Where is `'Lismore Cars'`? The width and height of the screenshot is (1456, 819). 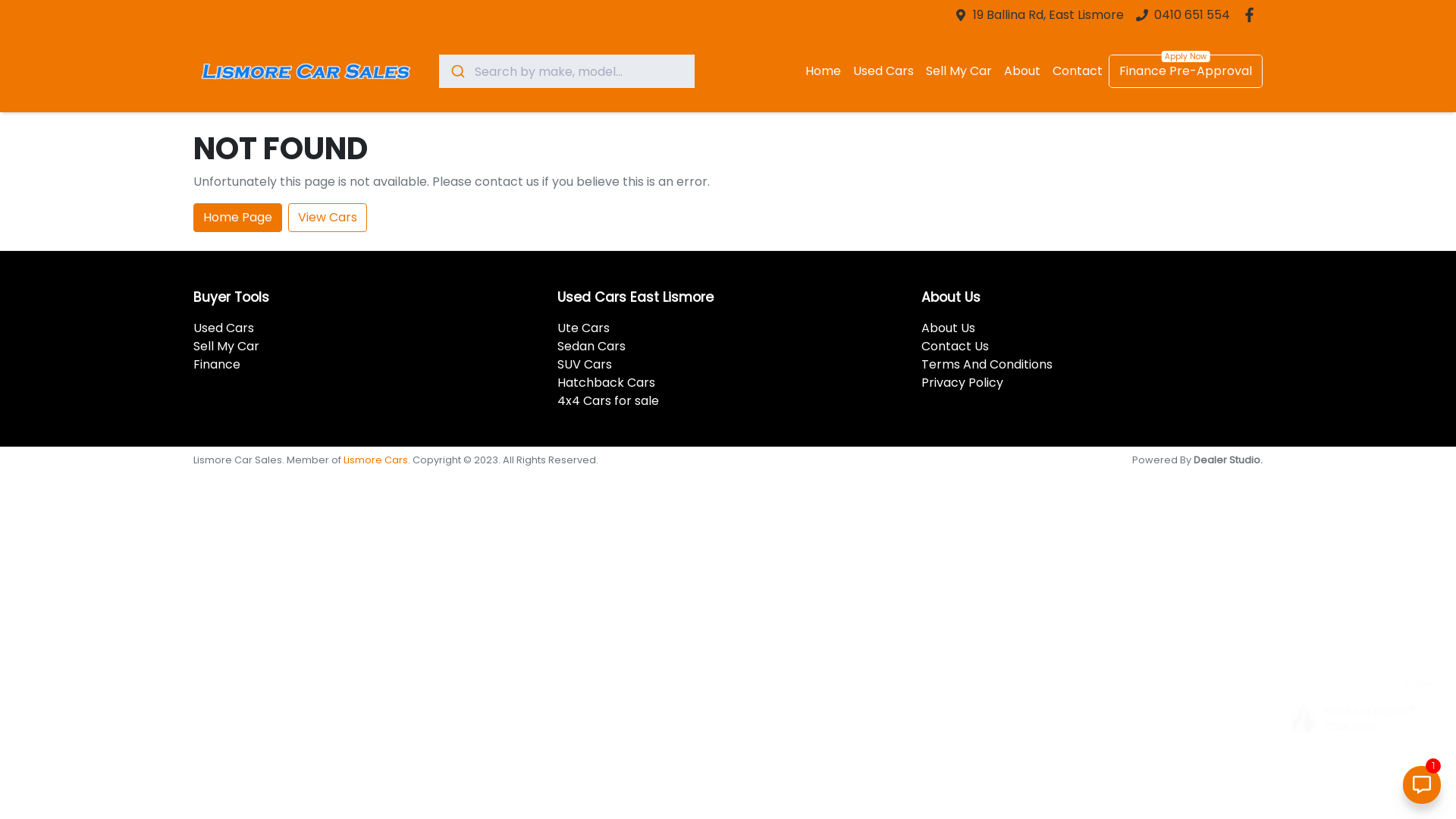 'Lismore Cars' is located at coordinates (375, 459).